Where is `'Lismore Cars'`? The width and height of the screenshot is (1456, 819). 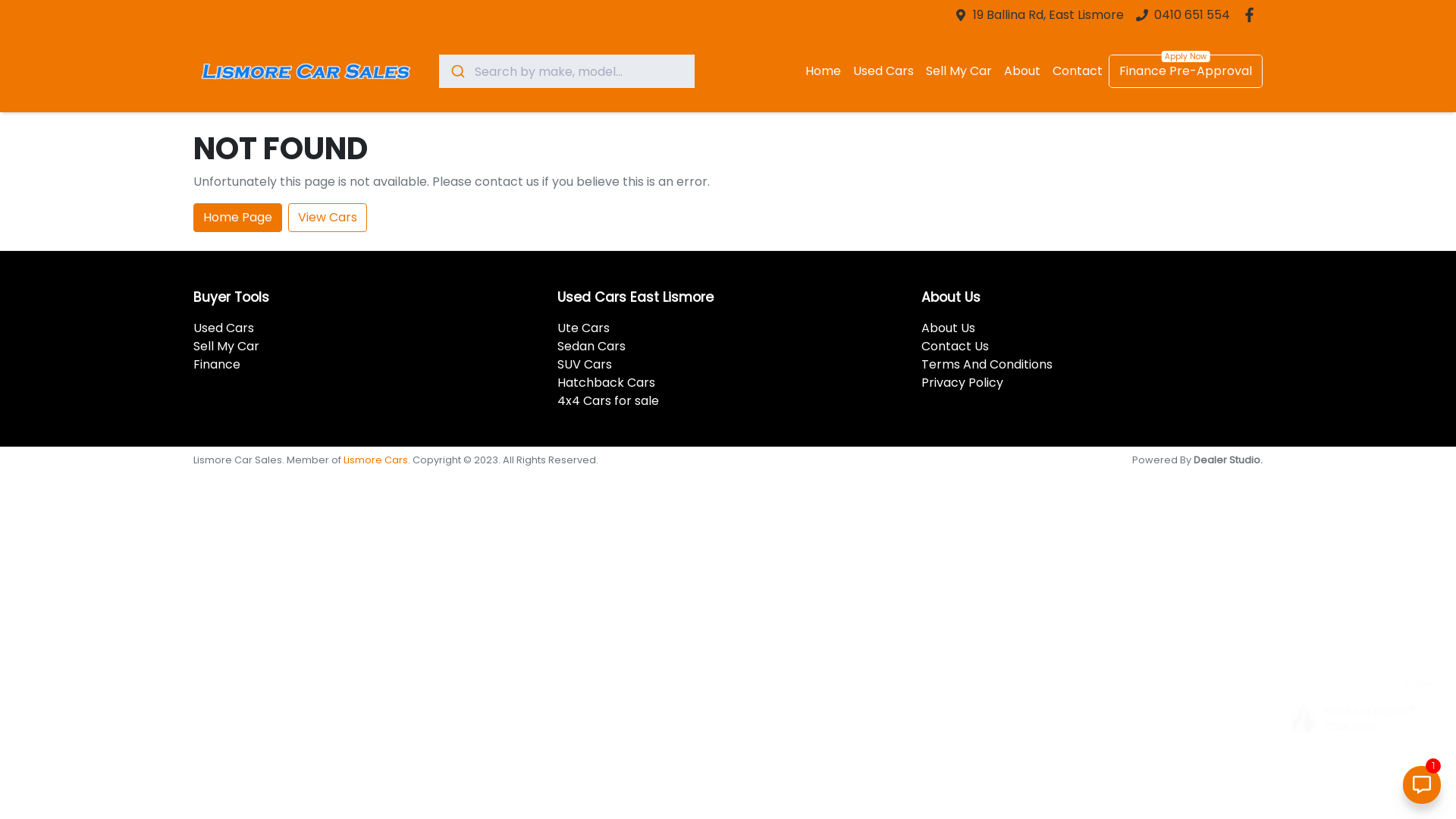 'Lismore Cars' is located at coordinates (375, 459).